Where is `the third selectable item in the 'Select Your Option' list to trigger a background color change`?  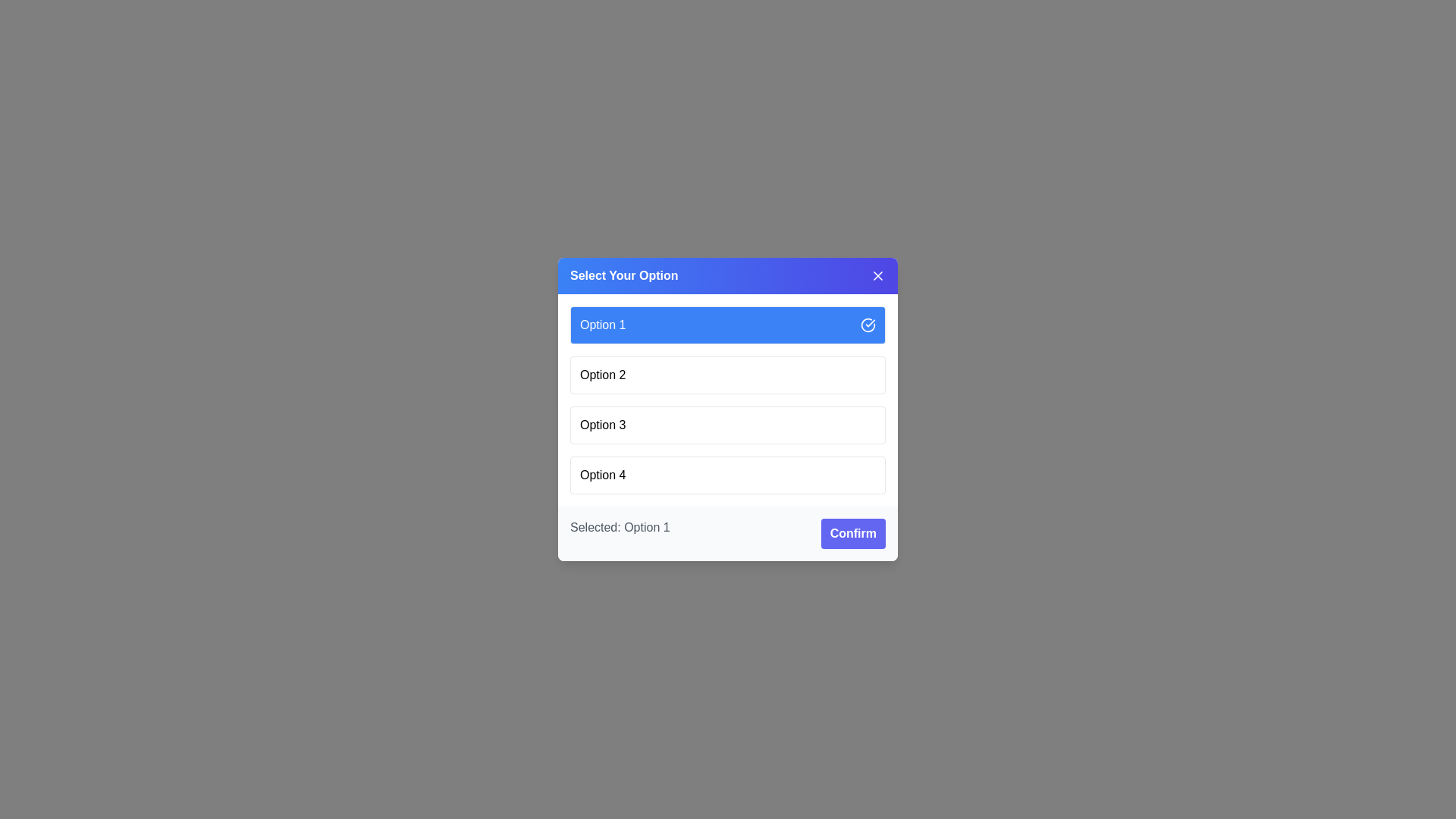
the third selectable item in the 'Select Your Option' list to trigger a background color change is located at coordinates (728, 425).